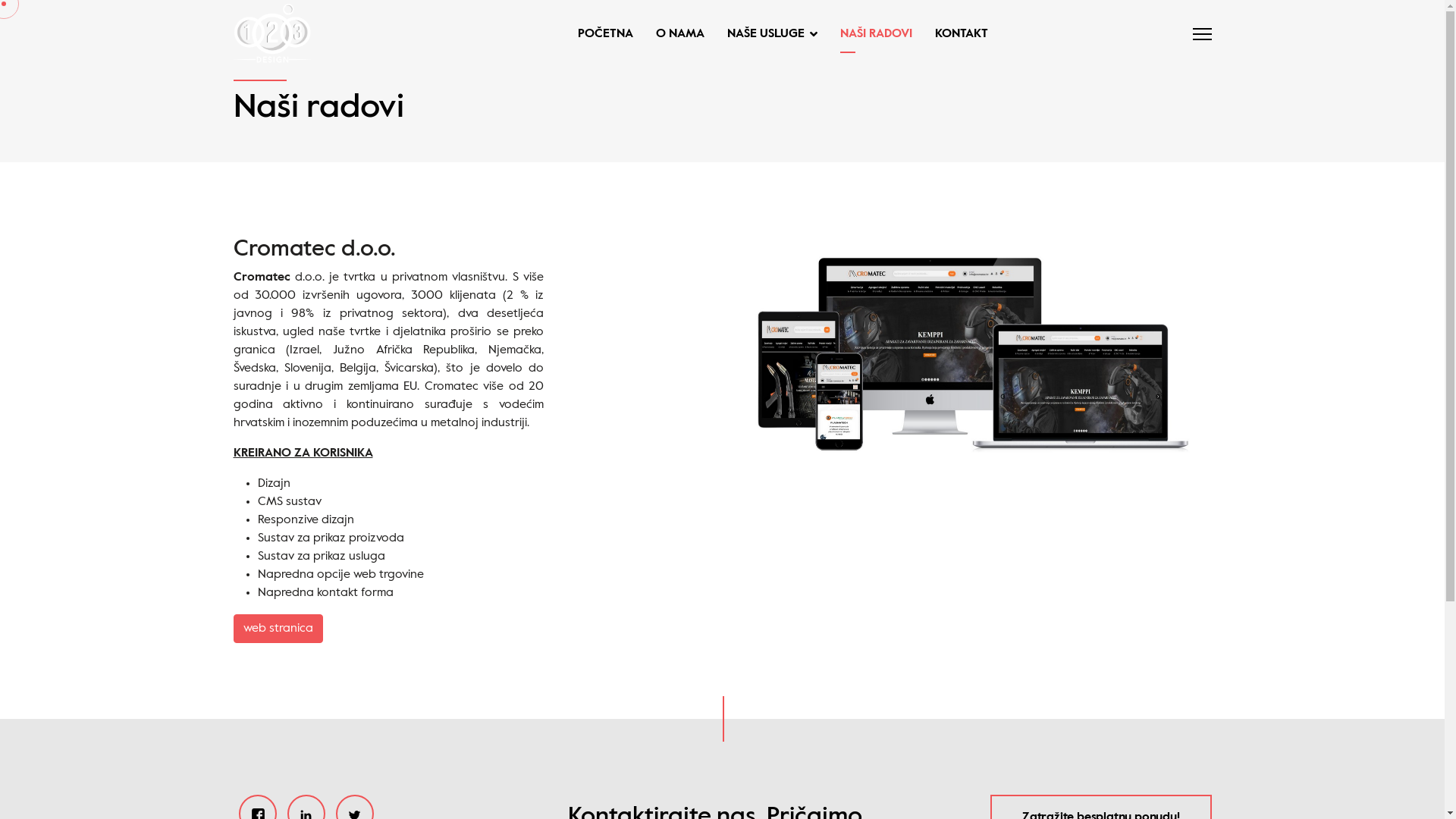 The height and width of the screenshot is (819, 1456). What do you see at coordinates (955, 34) in the screenshot?
I see `'KONTAKT'` at bounding box center [955, 34].